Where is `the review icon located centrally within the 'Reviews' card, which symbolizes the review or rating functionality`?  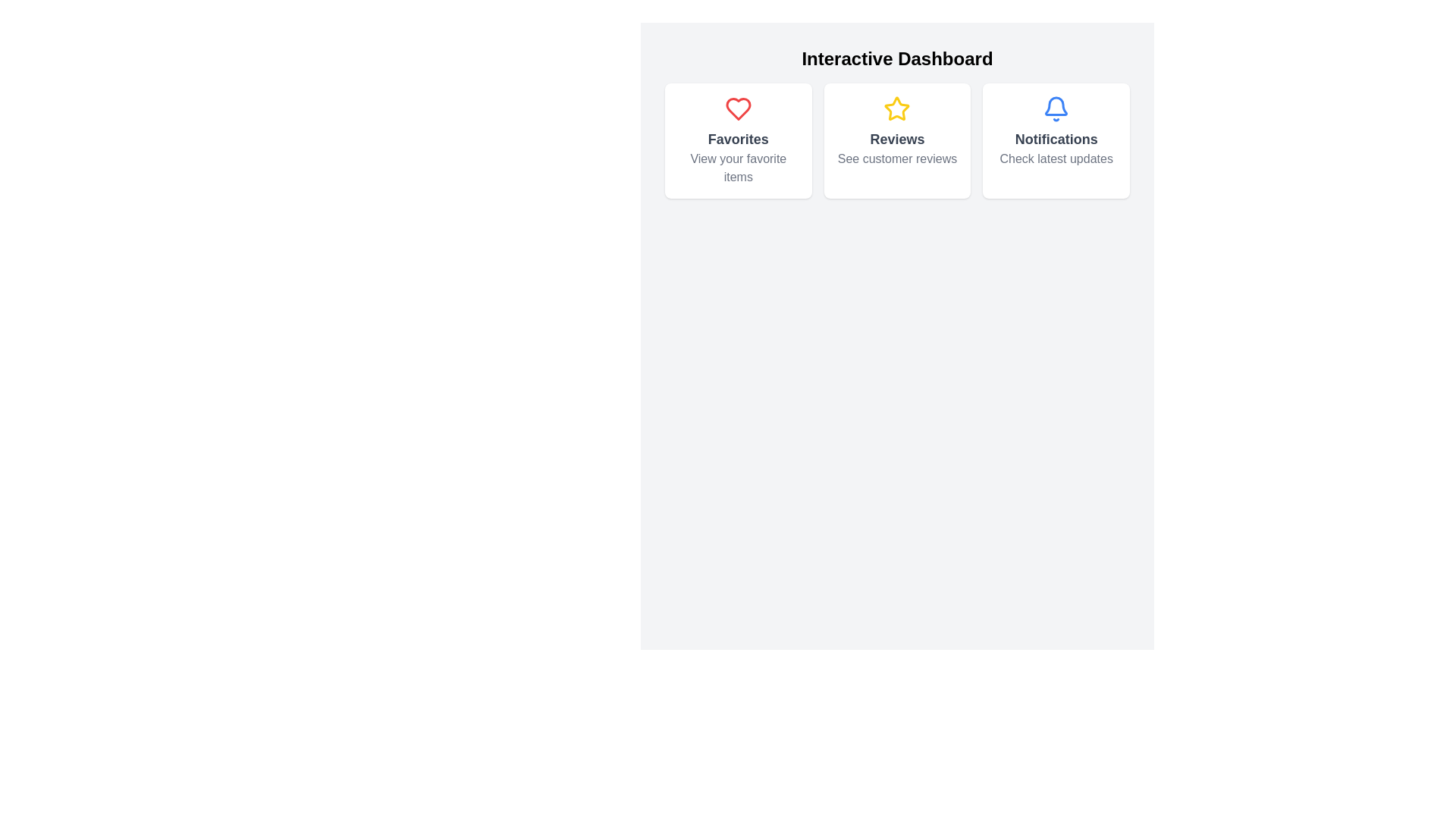
the review icon located centrally within the 'Reviews' card, which symbolizes the review or rating functionality is located at coordinates (897, 108).